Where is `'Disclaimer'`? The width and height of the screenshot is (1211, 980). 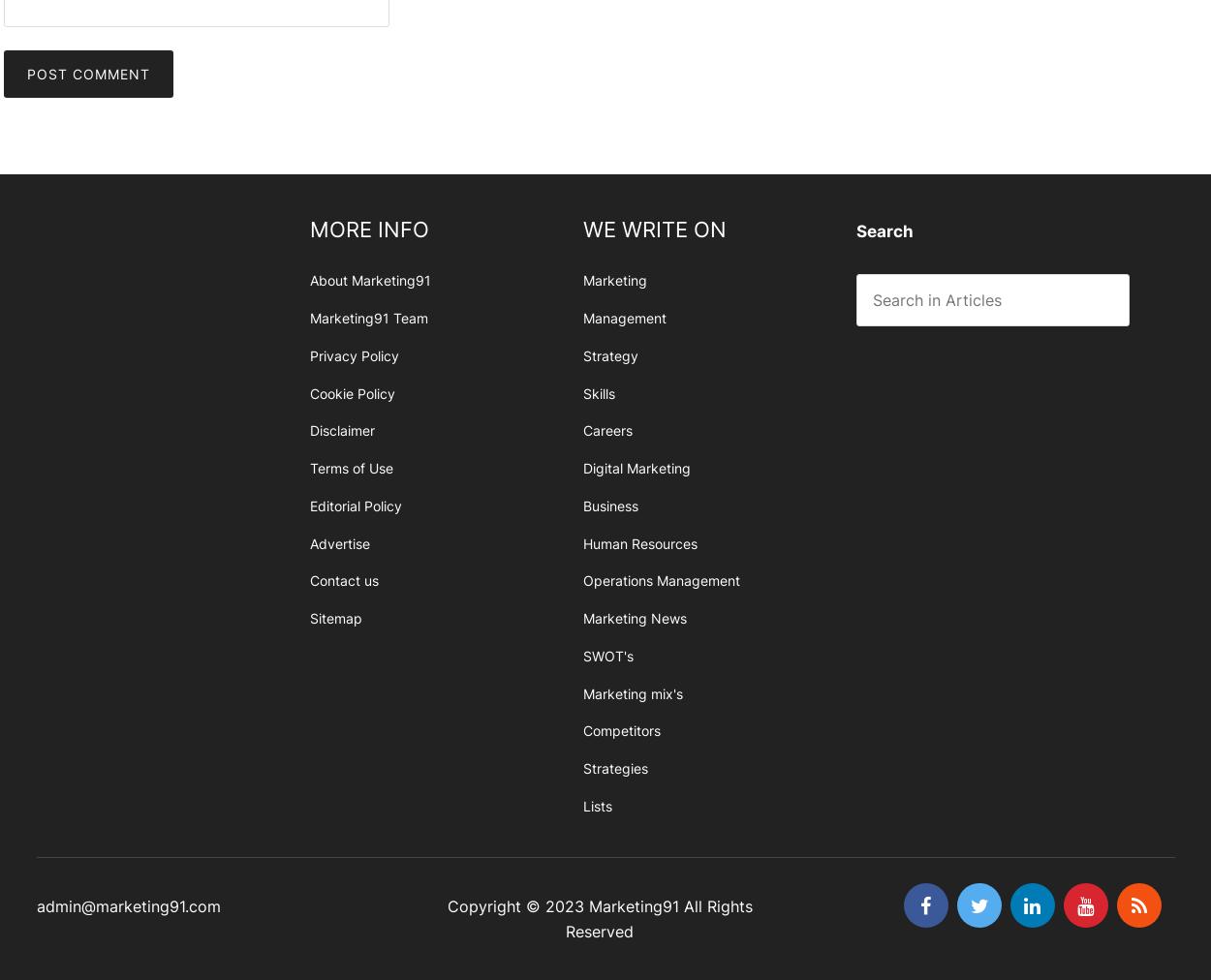
'Disclaimer' is located at coordinates (340, 430).